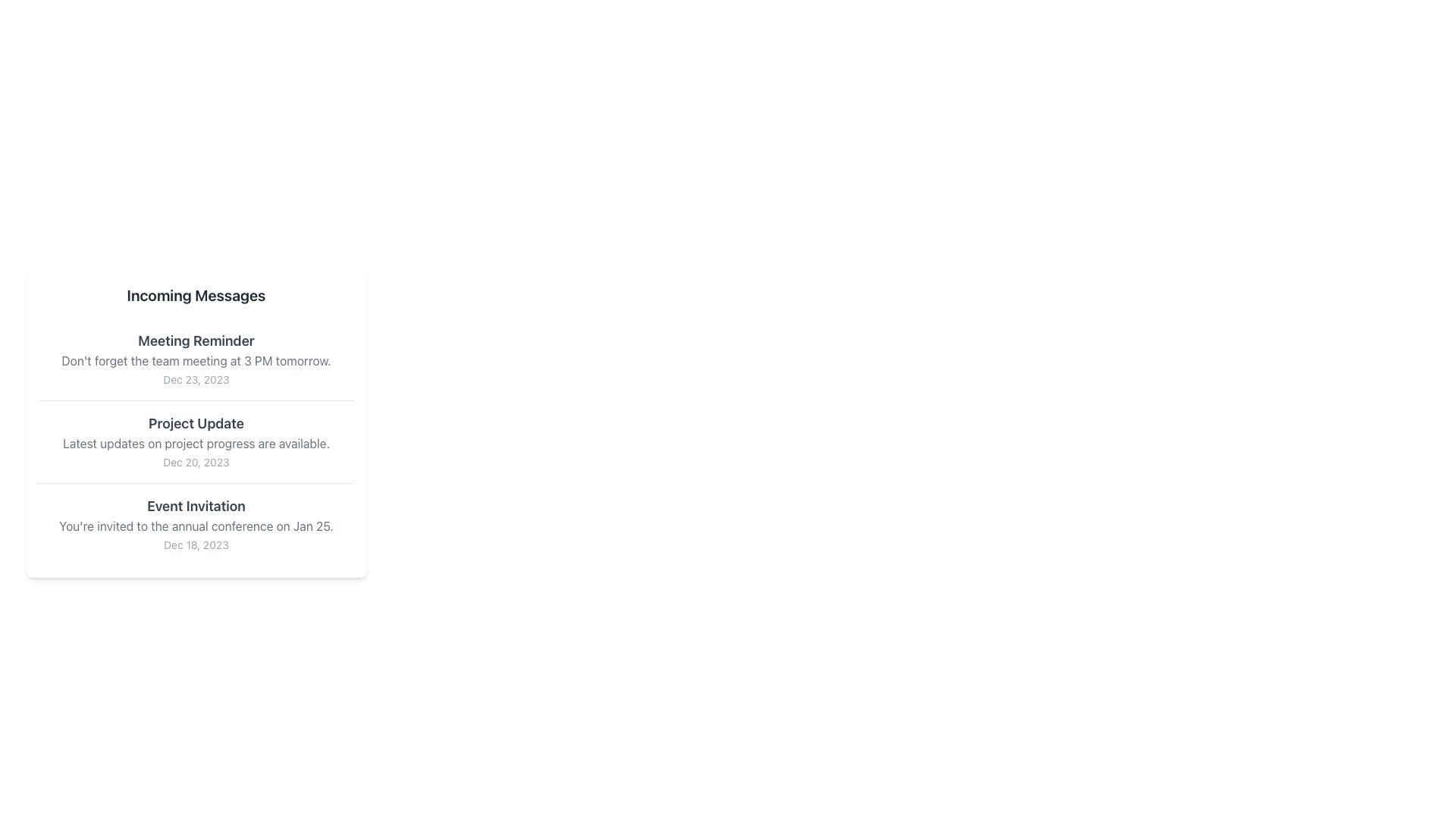 The height and width of the screenshot is (819, 1456). What do you see at coordinates (196, 441) in the screenshot?
I see `the second text block in the 'Incoming Messages' panel, which provides project updates and is located between 'Meeting Reminder' and 'Event Invitation'` at bounding box center [196, 441].